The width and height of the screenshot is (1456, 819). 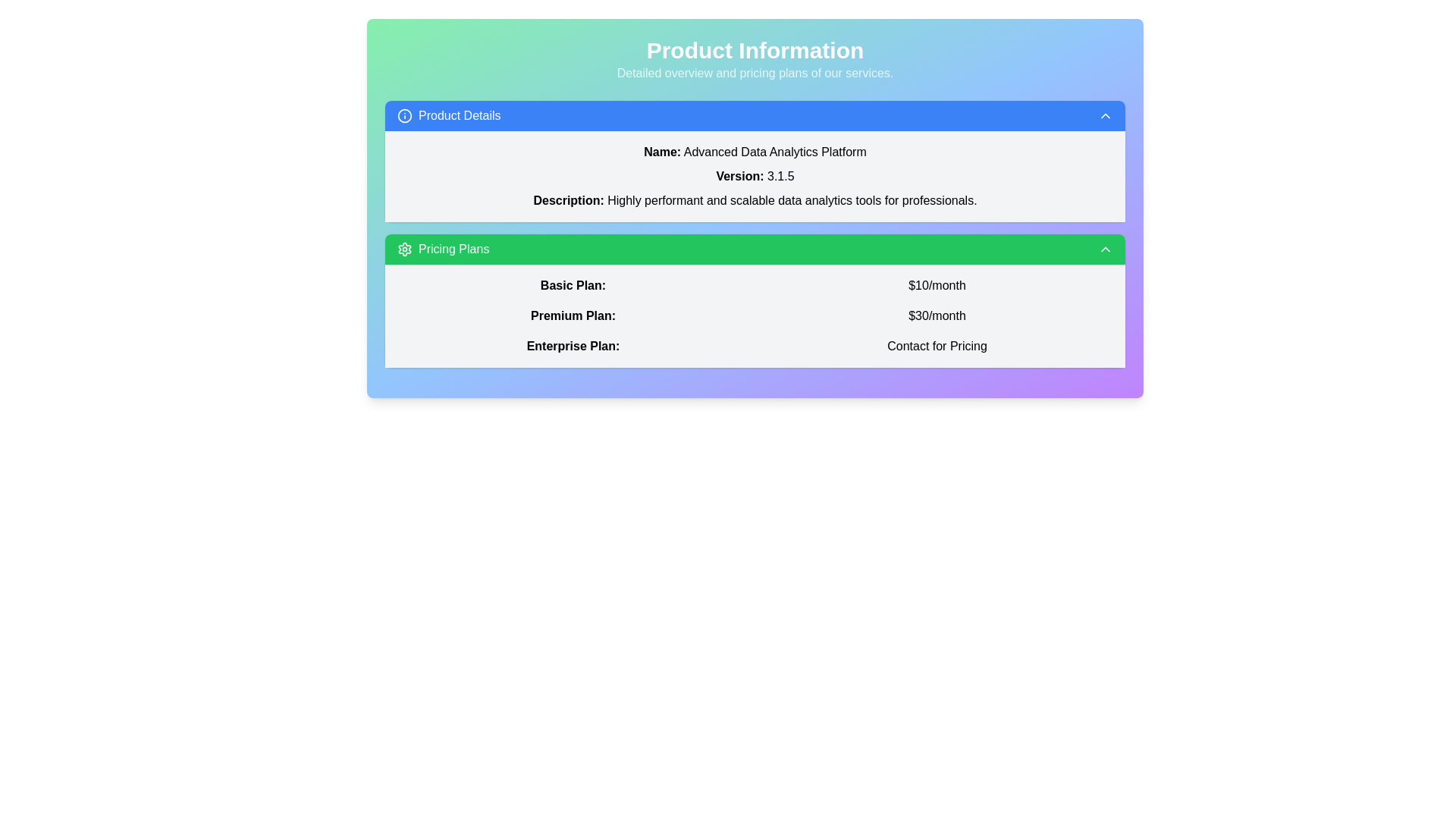 I want to click on the text label that displays 'Basic Plan:' located in the 'Pricing Plans' section, so click(x=572, y=285).